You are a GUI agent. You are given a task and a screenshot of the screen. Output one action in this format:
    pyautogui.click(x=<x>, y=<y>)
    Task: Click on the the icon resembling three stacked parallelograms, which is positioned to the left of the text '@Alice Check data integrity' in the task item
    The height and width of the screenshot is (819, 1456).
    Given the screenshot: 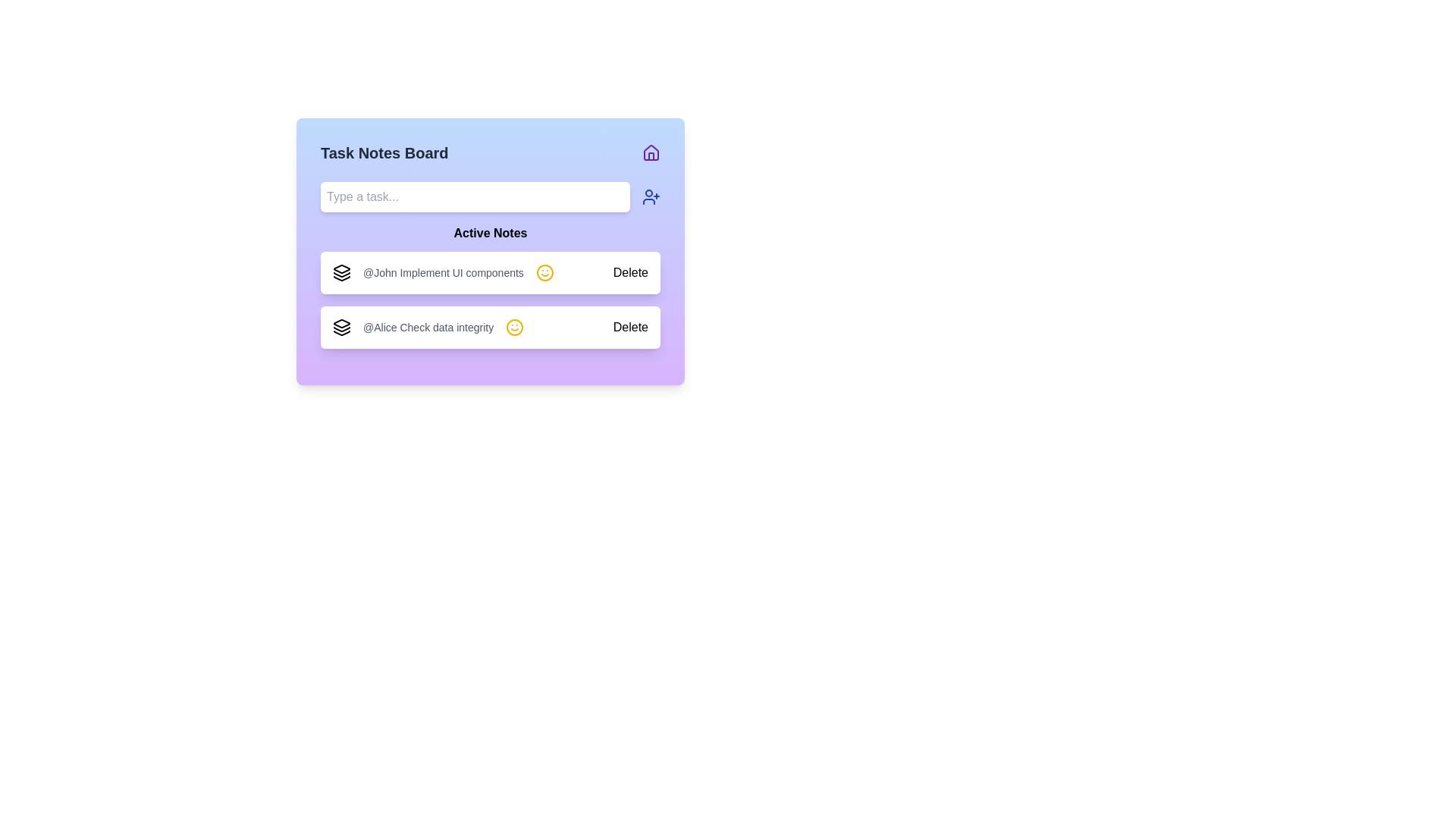 What is the action you would take?
    pyautogui.click(x=341, y=327)
    